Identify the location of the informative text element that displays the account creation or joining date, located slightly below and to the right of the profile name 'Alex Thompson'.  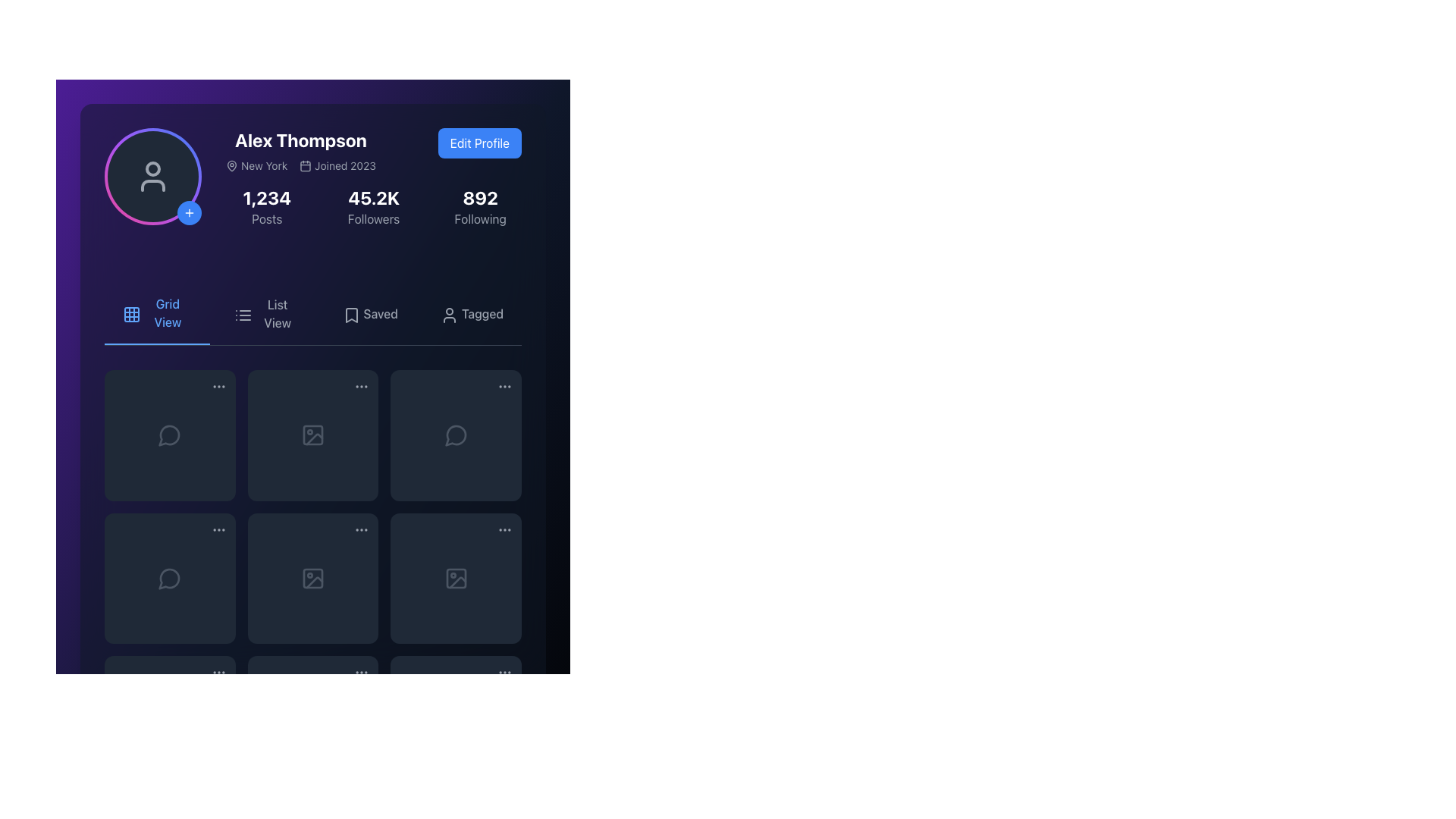
(337, 166).